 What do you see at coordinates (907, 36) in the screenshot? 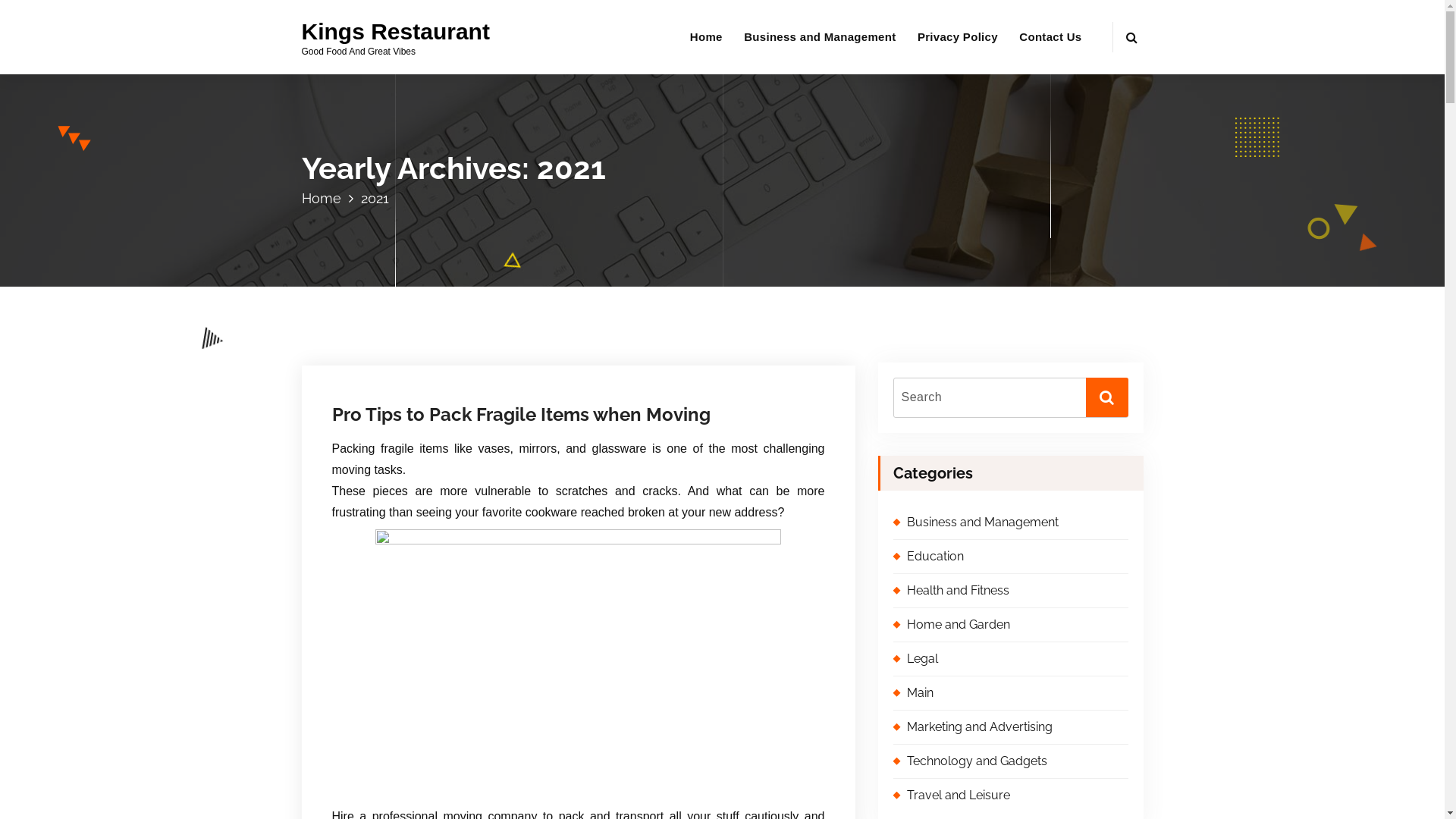
I see `'Privacy Policy'` at bounding box center [907, 36].